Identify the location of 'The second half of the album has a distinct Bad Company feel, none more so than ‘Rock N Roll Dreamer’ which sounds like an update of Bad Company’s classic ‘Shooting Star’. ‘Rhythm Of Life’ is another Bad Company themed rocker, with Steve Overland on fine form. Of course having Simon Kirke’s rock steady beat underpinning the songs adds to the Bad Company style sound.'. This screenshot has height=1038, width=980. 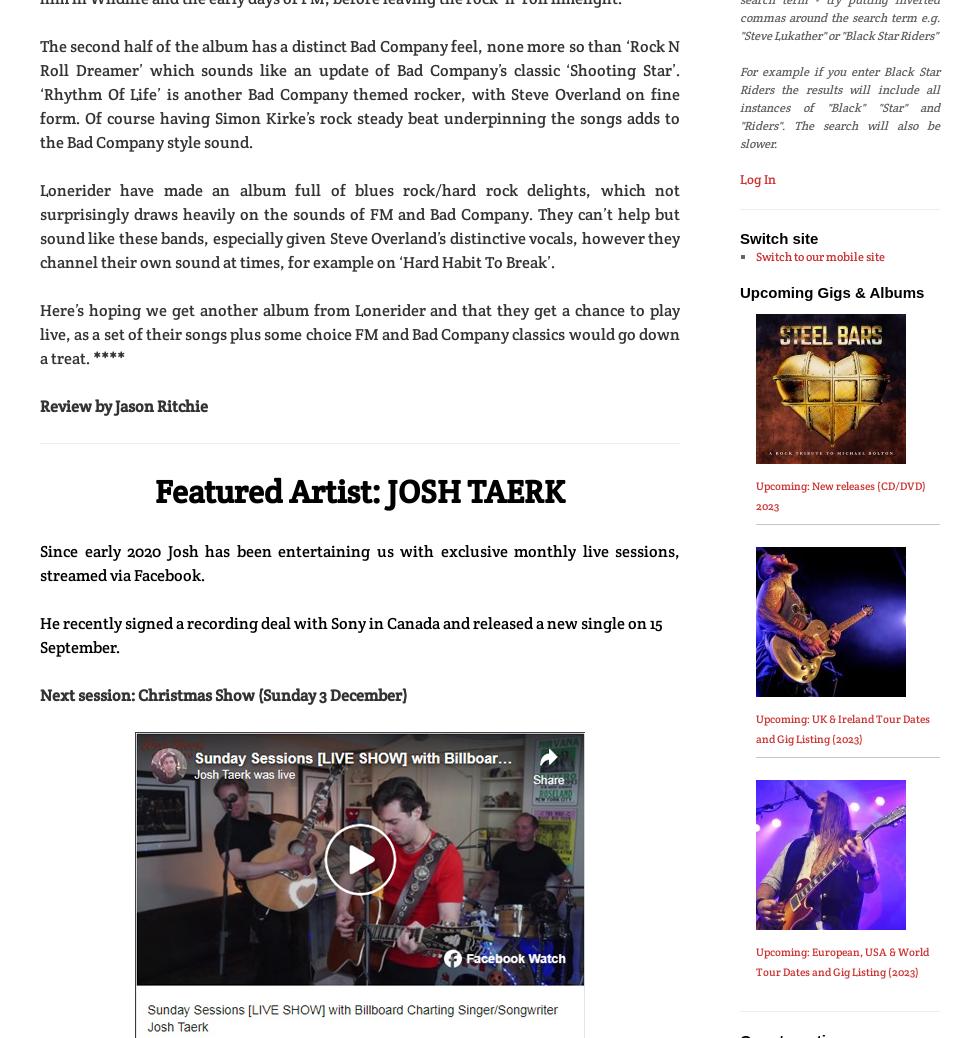
(39, 93).